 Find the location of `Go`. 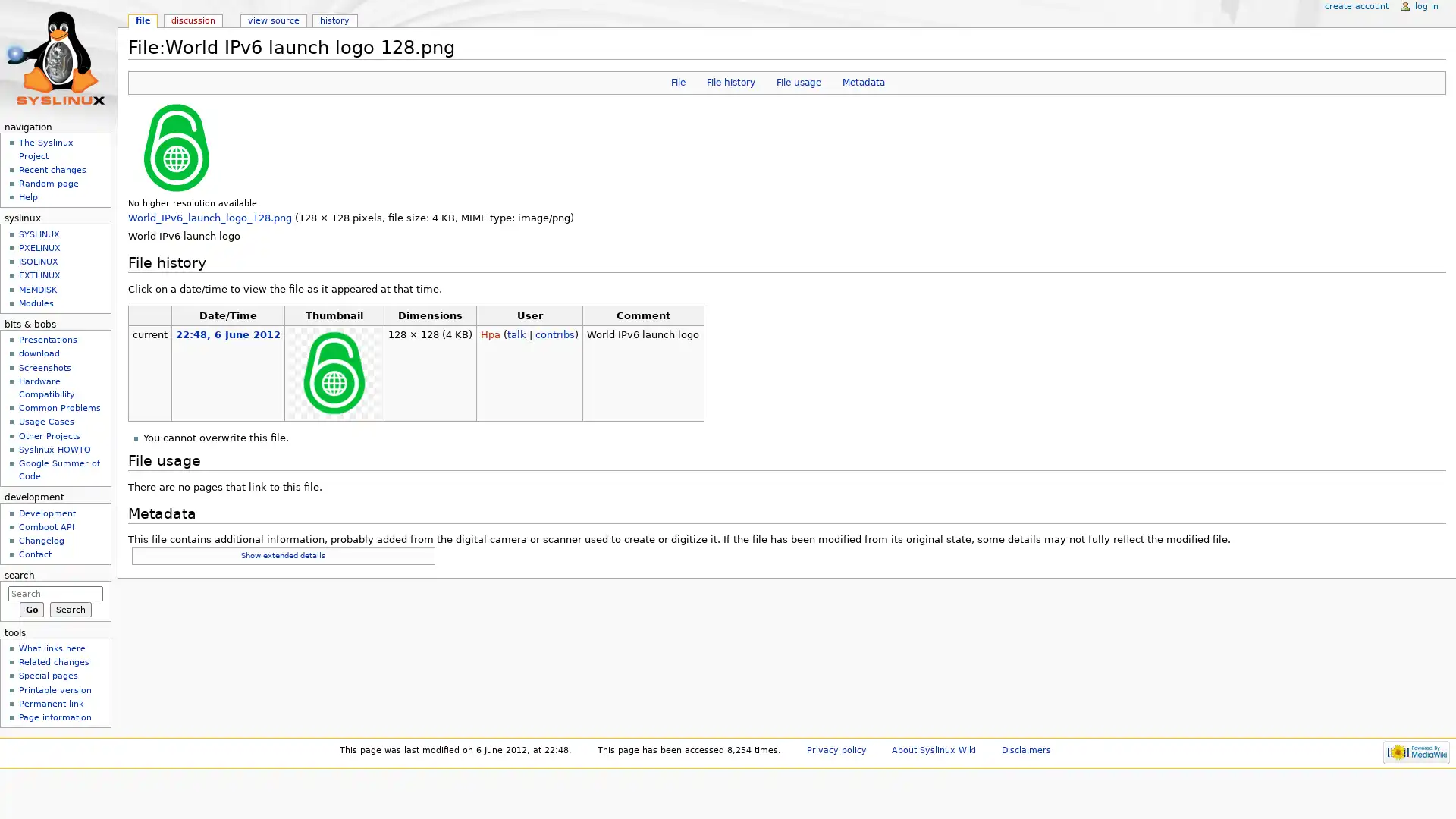

Go is located at coordinates (31, 608).